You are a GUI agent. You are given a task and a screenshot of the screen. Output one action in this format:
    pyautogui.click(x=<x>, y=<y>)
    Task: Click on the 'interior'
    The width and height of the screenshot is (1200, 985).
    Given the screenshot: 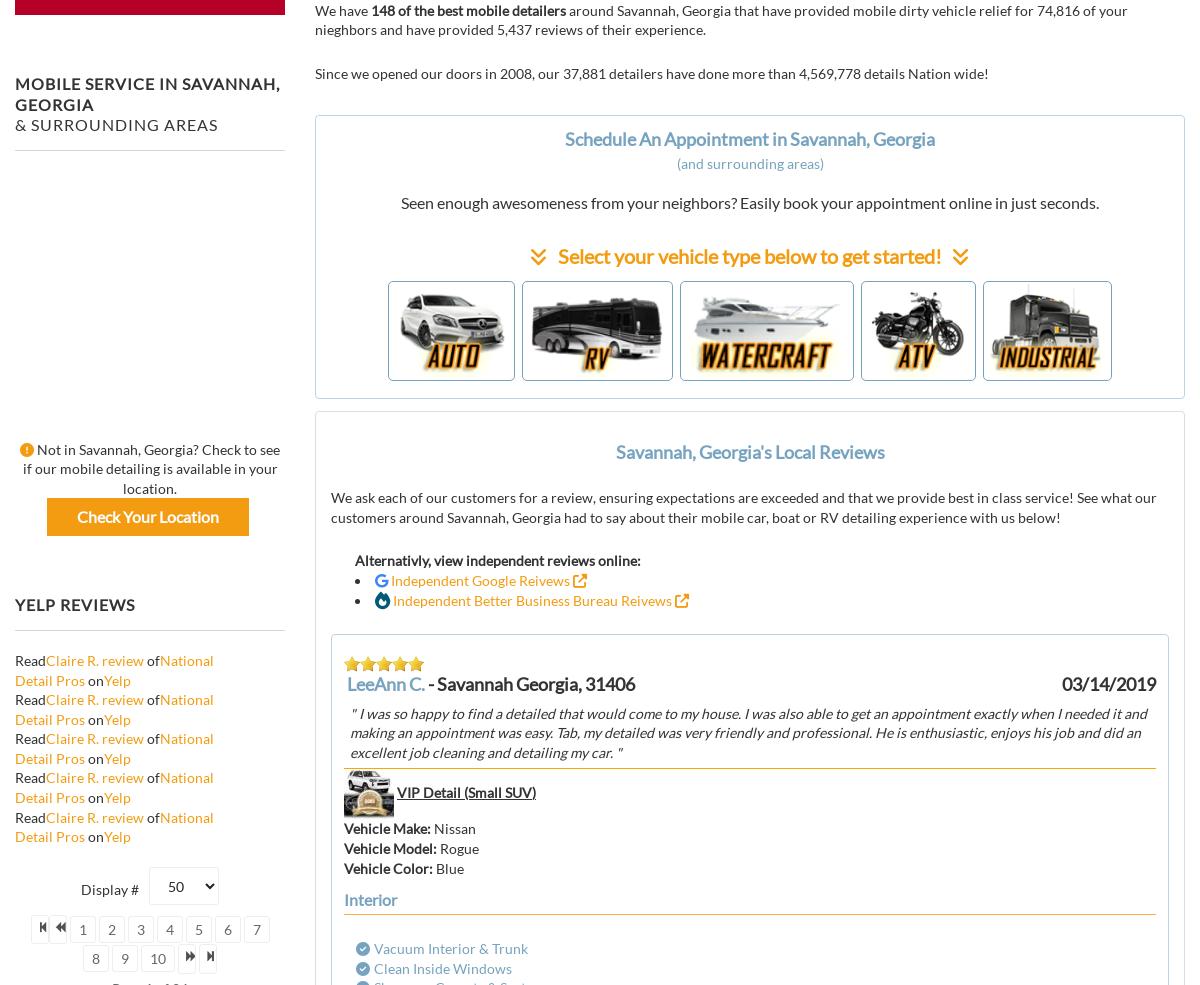 What is the action you would take?
    pyautogui.click(x=370, y=899)
    